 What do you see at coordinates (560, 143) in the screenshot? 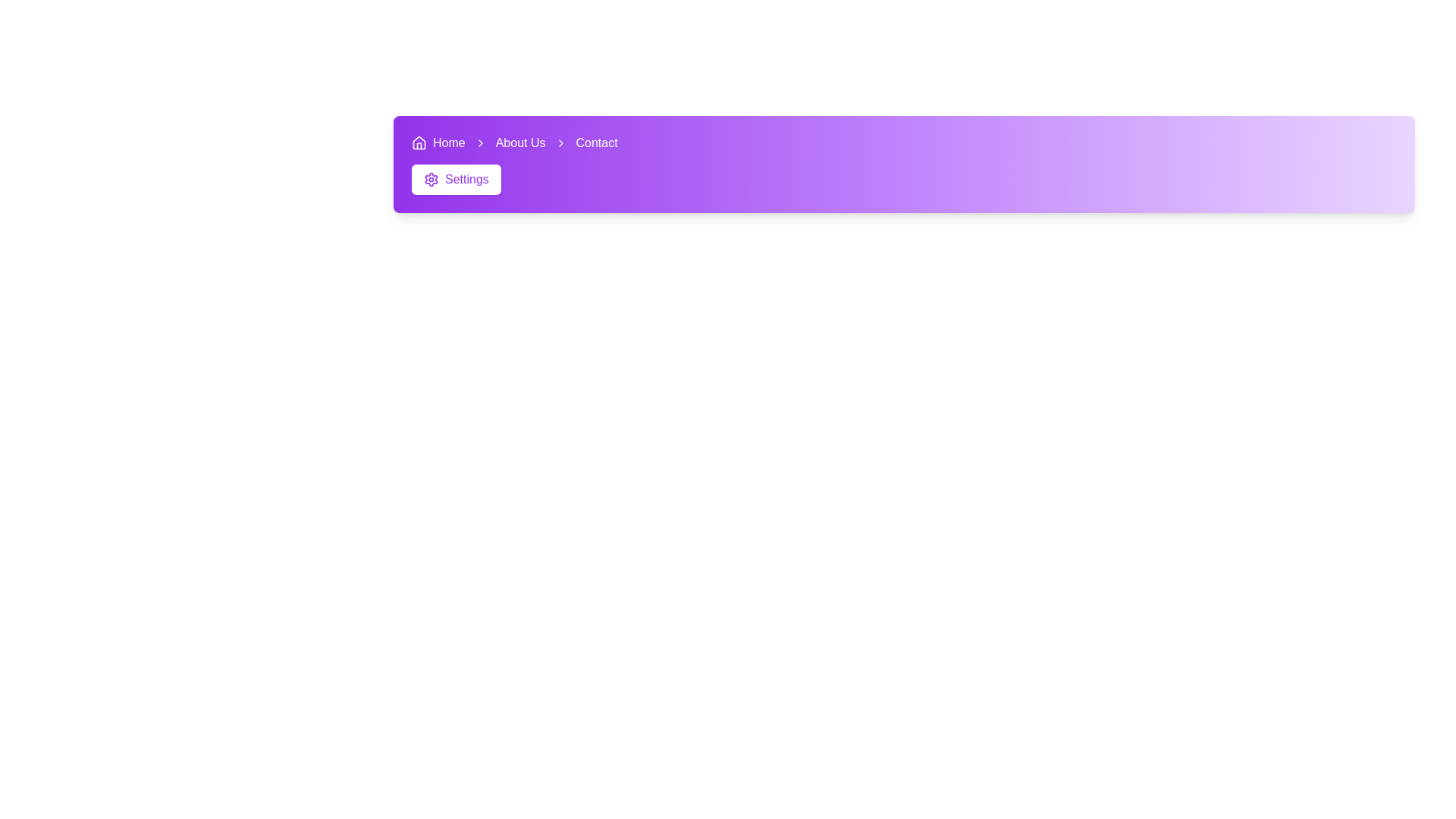
I see `the rightward-facing chevron icon situated between the 'About Us' and 'Contact' text links in the breadcrumb navigation bar` at bounding box center [560, 143].